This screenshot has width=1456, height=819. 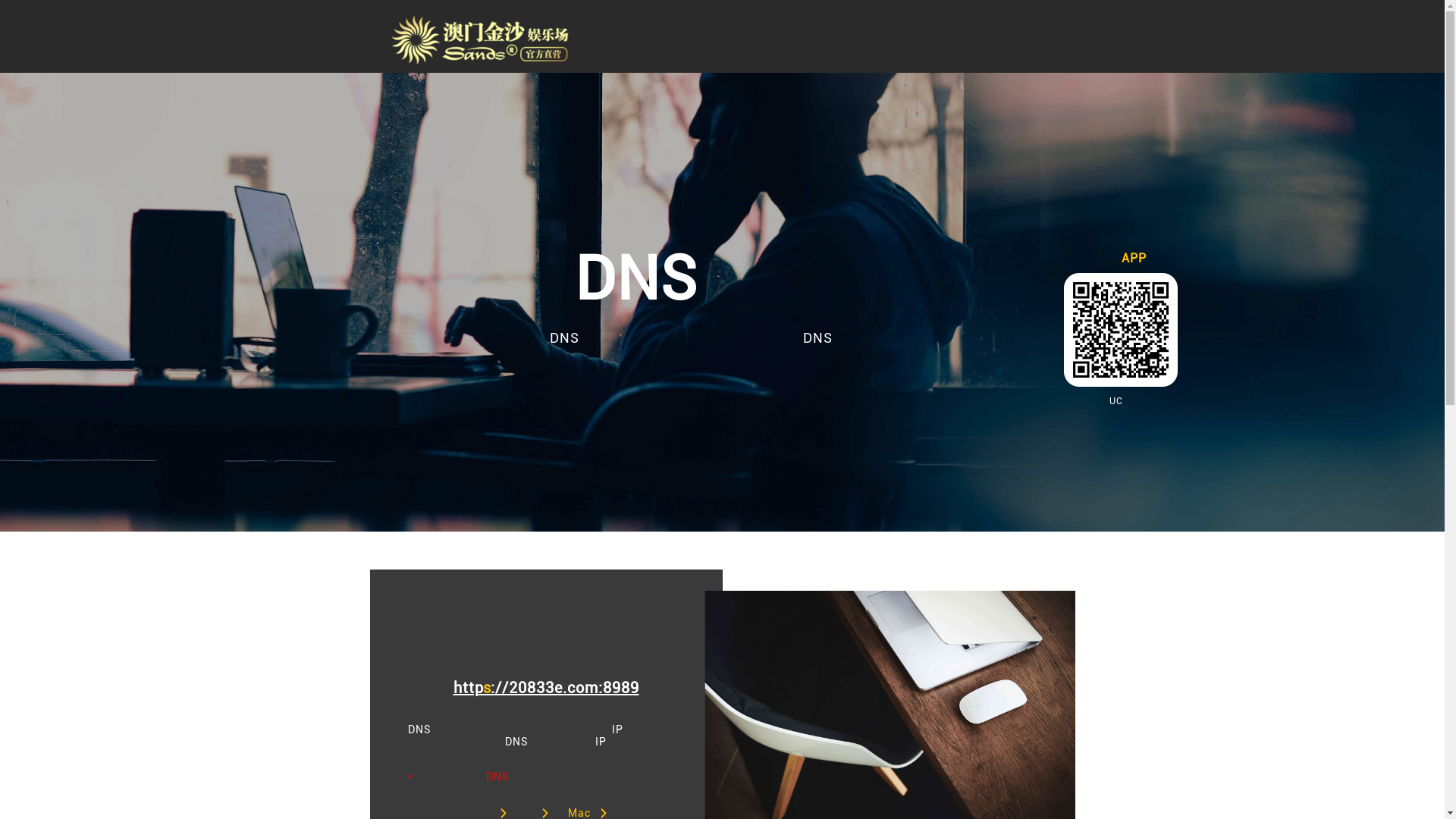 What do you see at coordinates (546, 687) in the screenshot?
I see `'http s ://20833e.com:8989'` at bounding box center [546, 687].